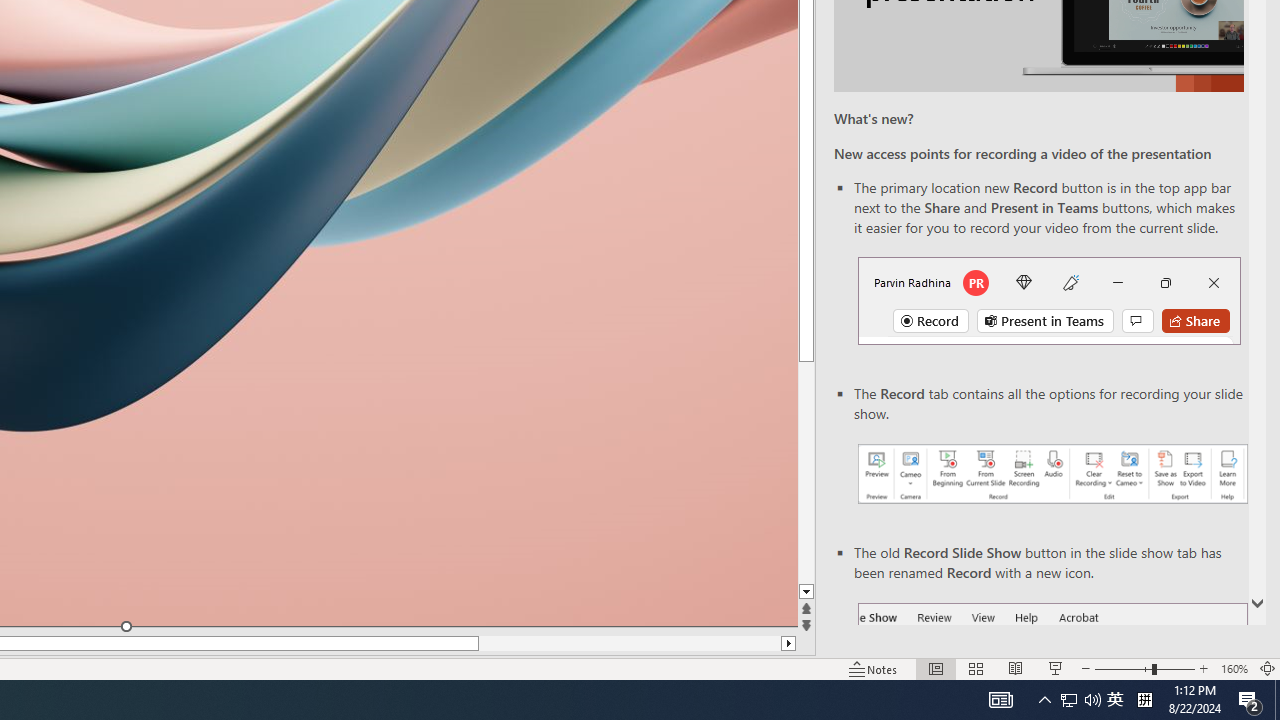 This screenshot has width=1280, height=720. I want to click on 'Zoom Out', so click(1123, 669).